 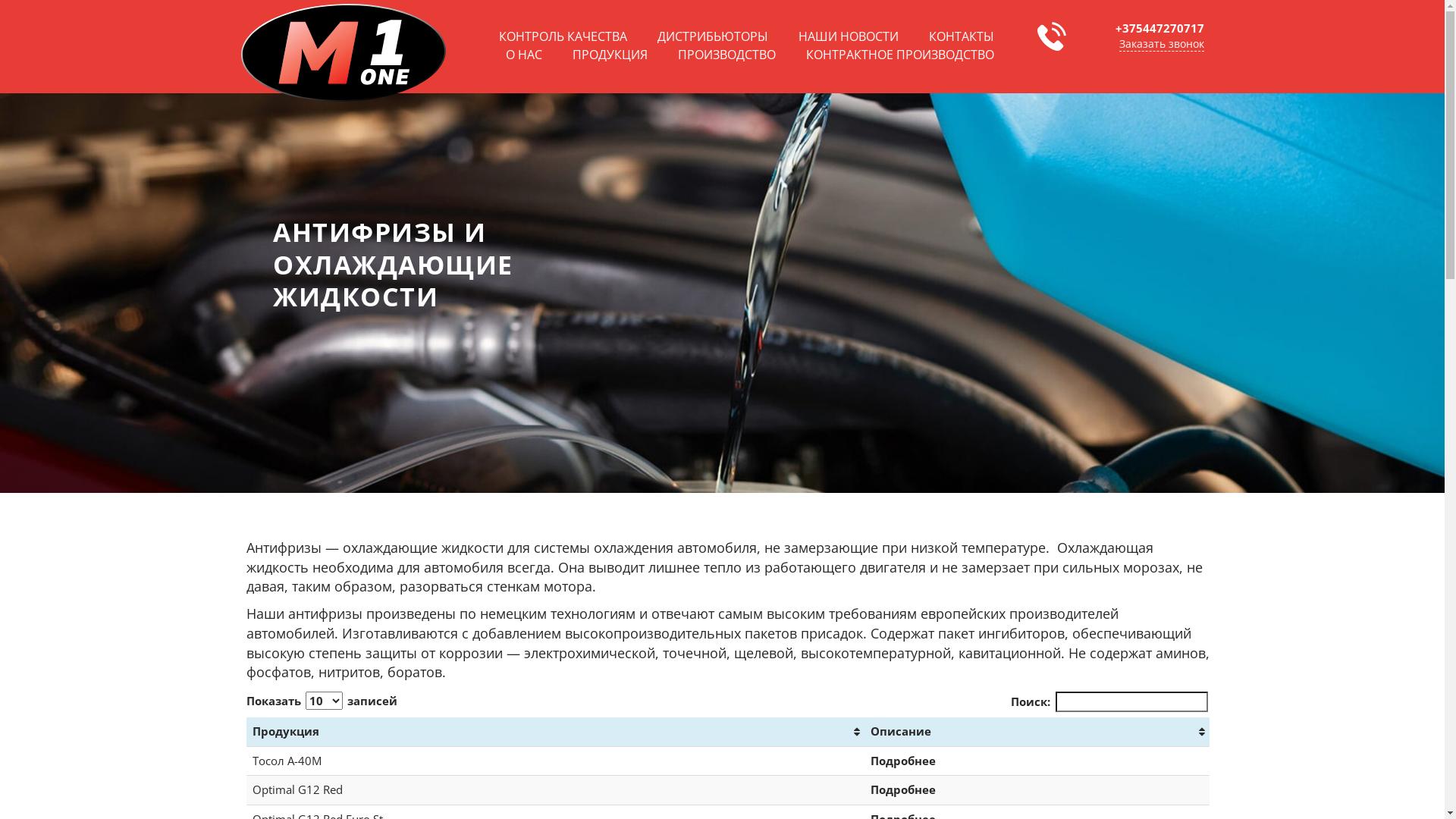 What do you see at coordinates (1158, 28) in the screenshot?
I see `'+375447270717'` at bounding box center [1158, 28].